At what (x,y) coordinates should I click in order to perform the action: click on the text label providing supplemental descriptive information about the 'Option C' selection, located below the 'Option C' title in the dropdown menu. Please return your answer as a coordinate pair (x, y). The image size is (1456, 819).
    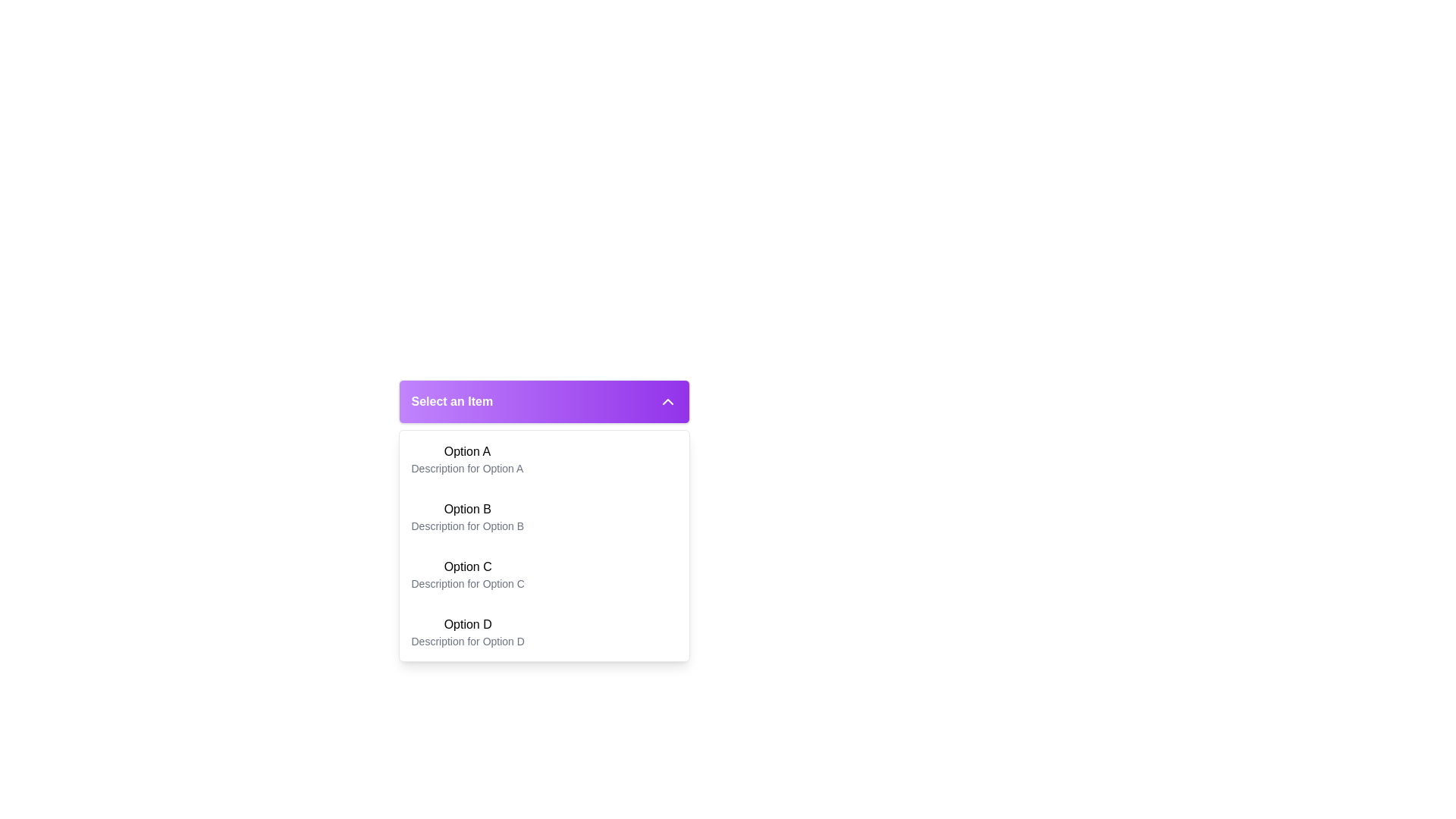
    Looking at the image, I should click on (467, 583).